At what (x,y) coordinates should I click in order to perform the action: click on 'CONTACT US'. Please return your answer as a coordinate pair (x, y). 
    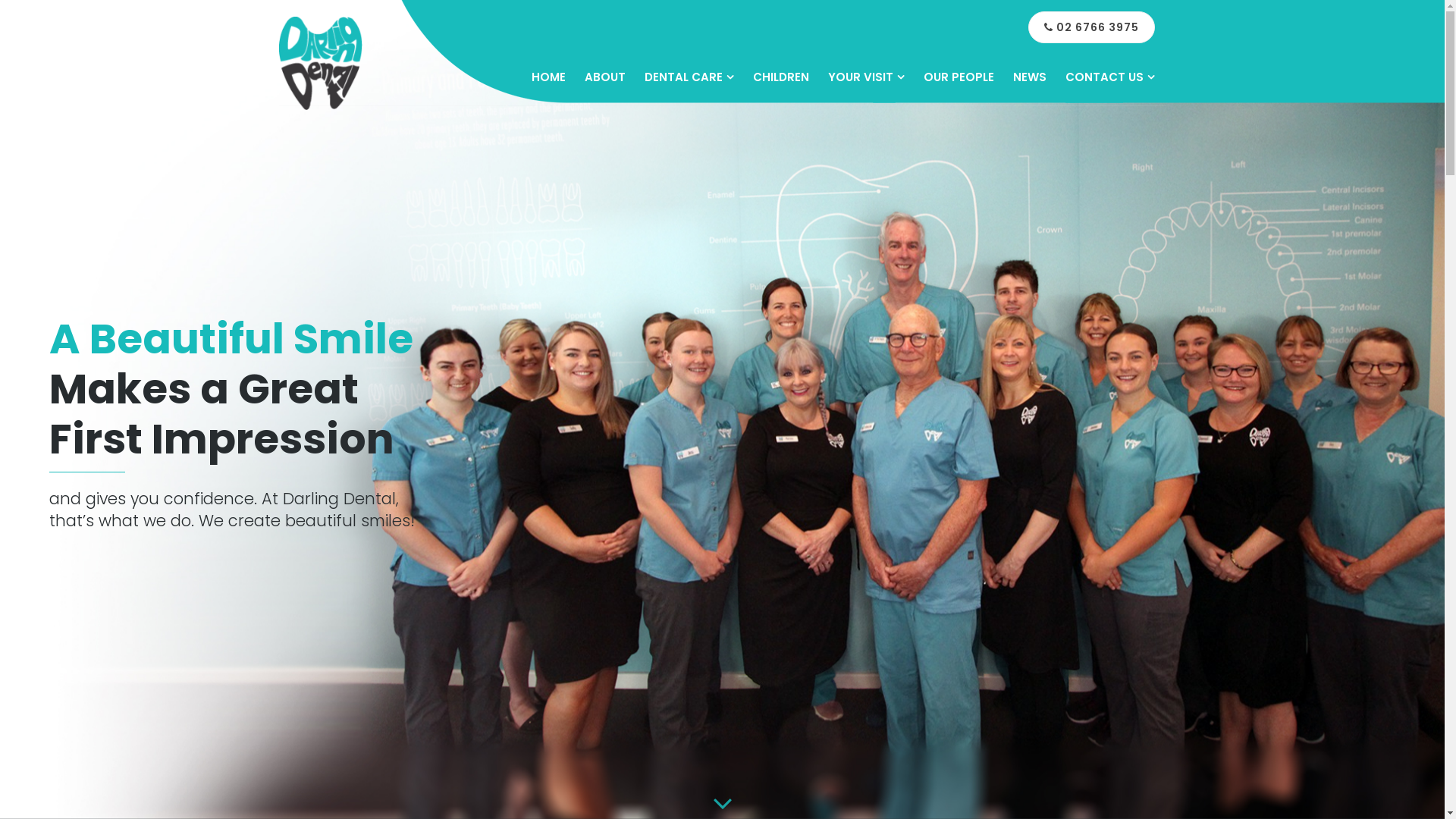
    Looking at the image, I should click on (1109, 77).